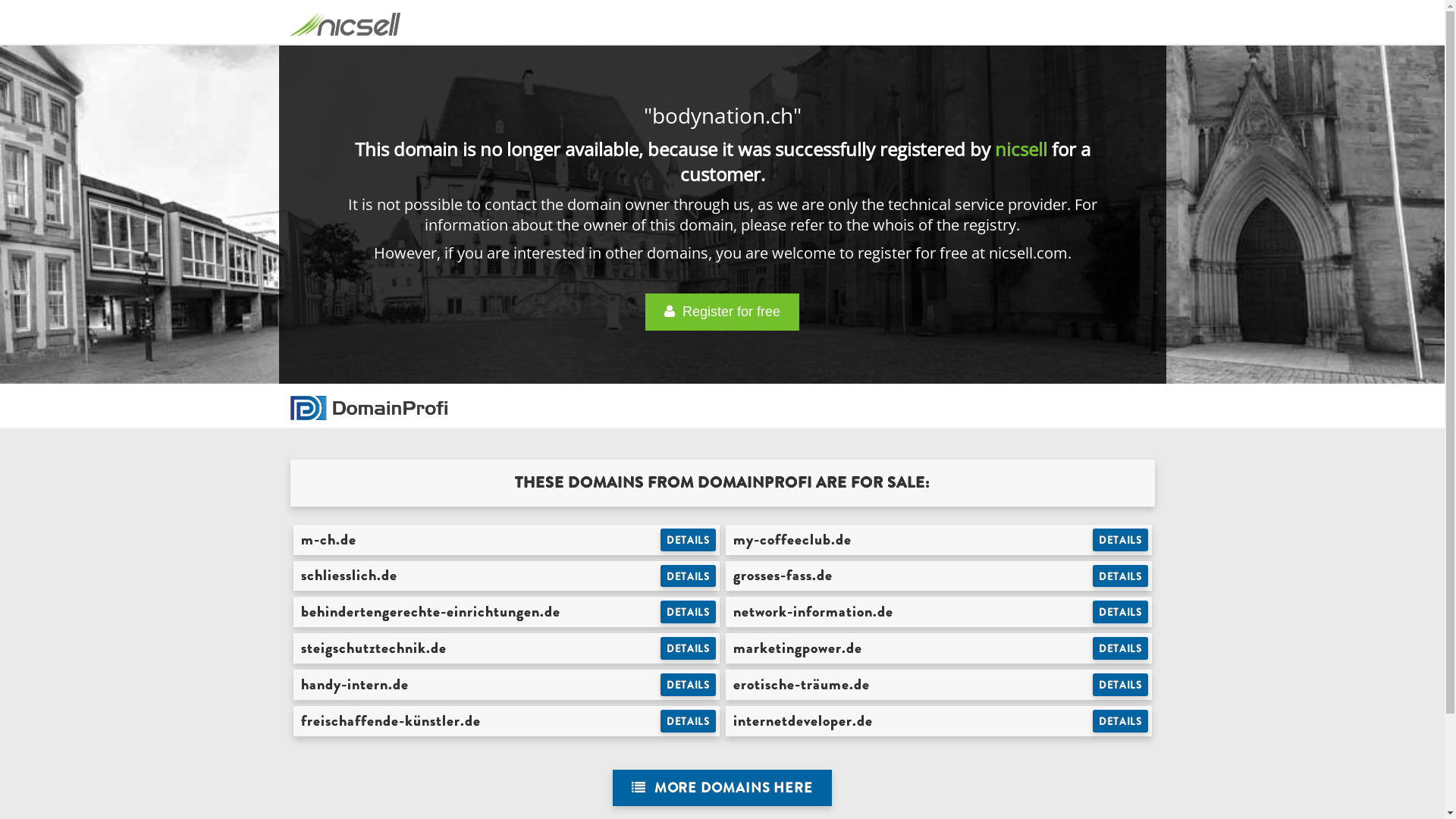 The width and height of the screenshot is (1456, 819). I want to click on 'DETAILS', so click(687, 576).